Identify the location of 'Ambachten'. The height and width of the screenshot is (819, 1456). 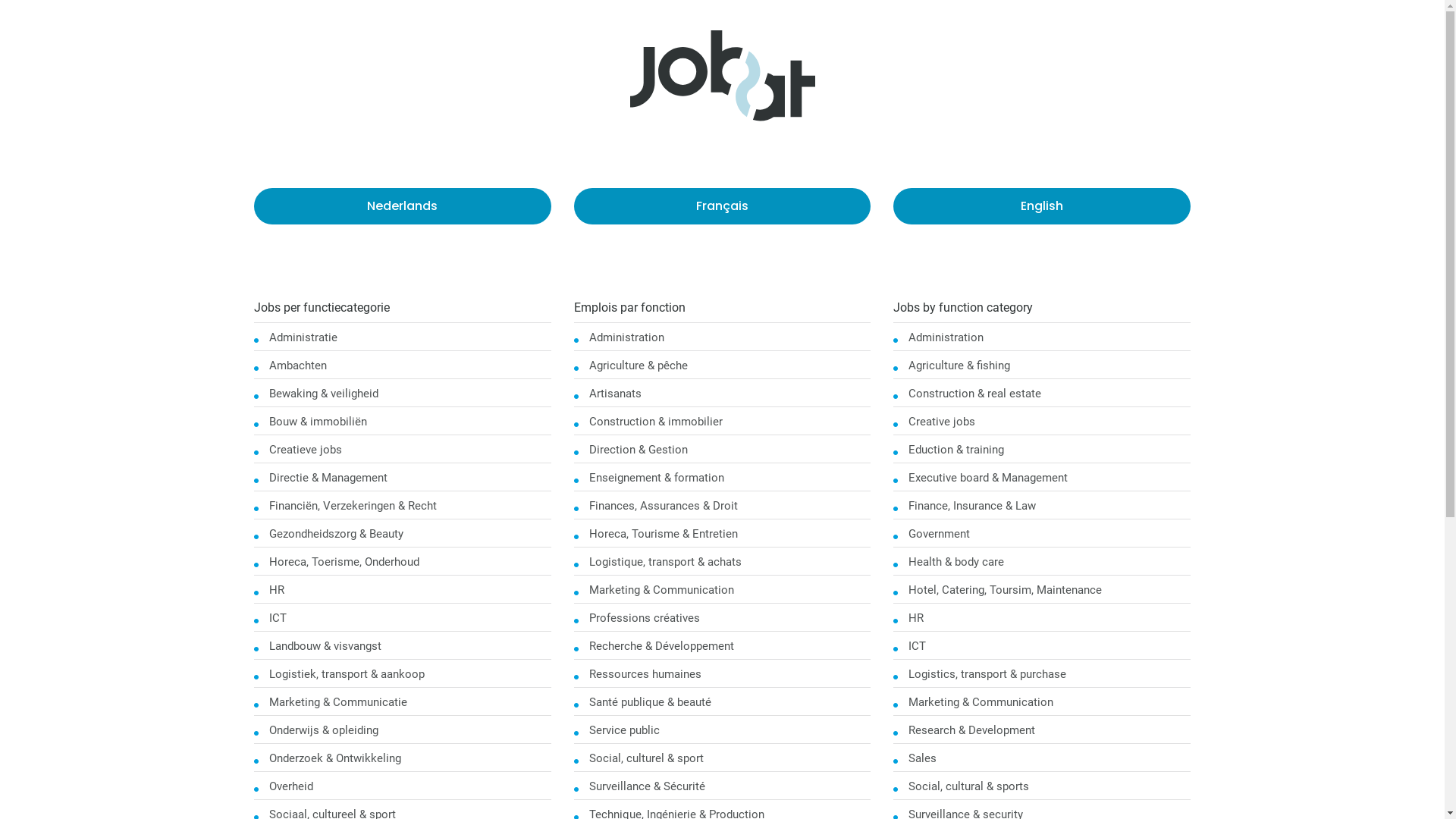
(298, 366).